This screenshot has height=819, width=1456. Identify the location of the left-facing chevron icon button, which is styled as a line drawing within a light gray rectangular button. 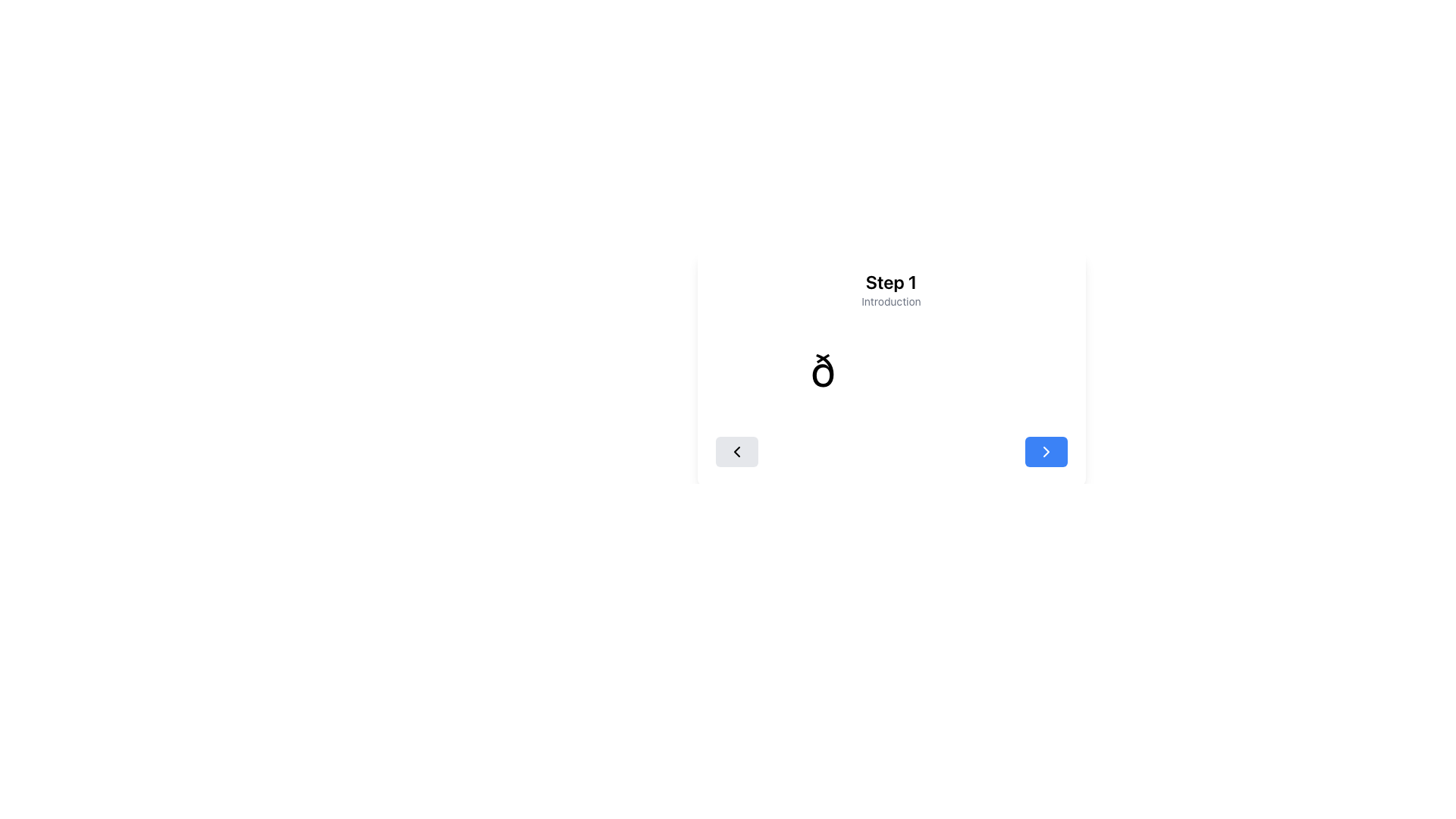
(736, 451).